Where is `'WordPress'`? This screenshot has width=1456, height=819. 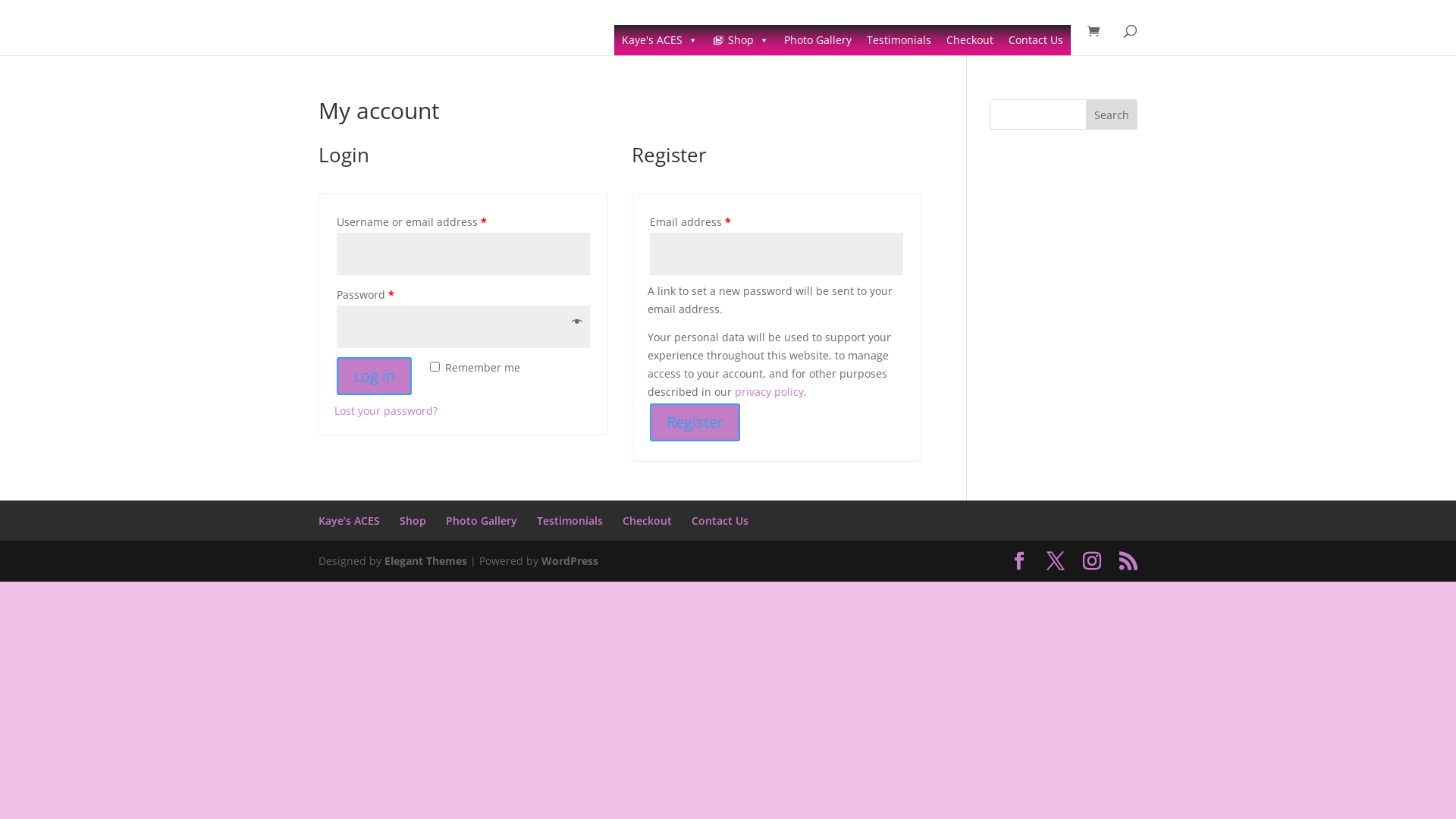
'WordPress' is located at coordinates (569, 560).